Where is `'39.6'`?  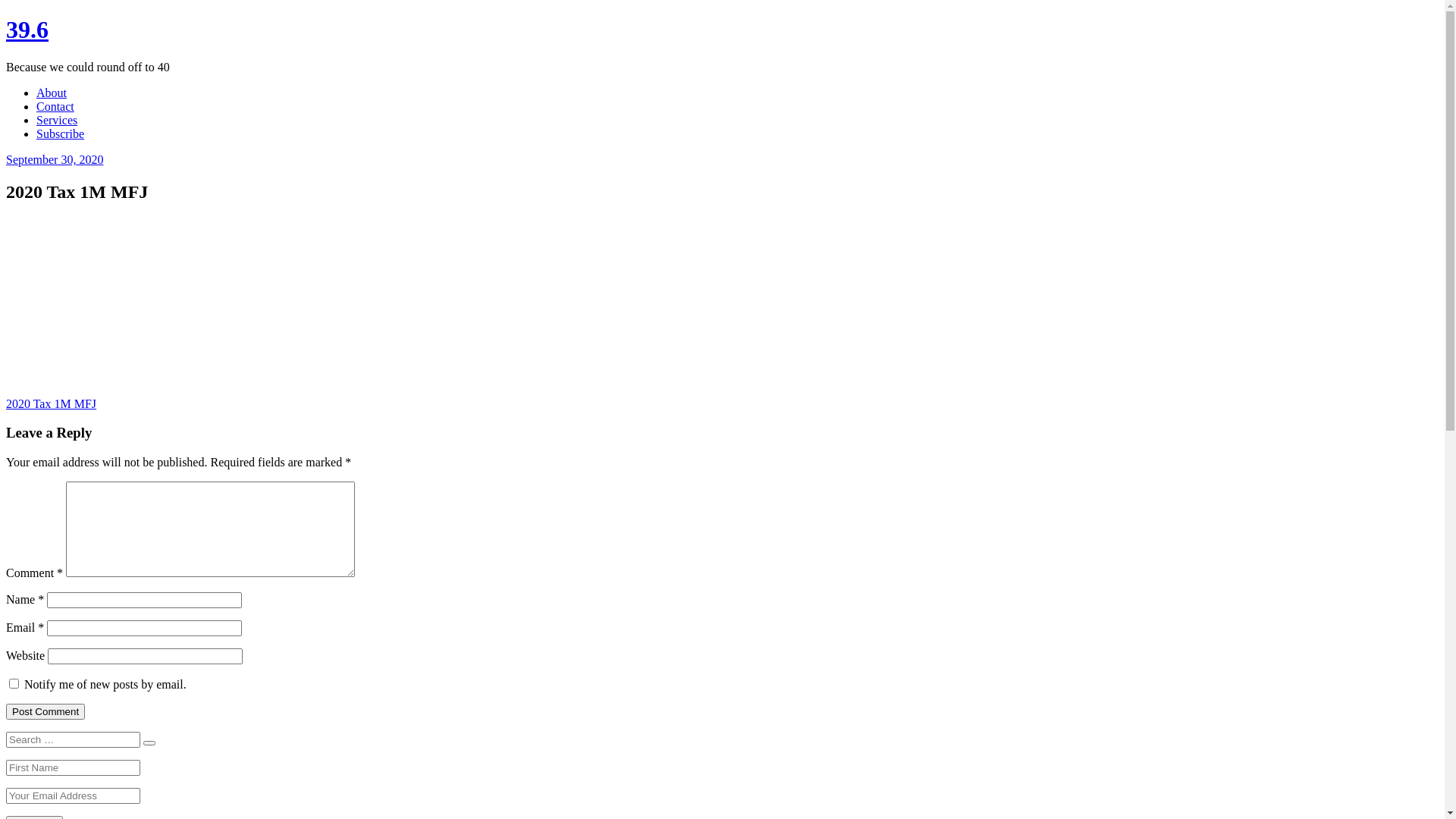
'39.6' is located at coordinates (27, 29).